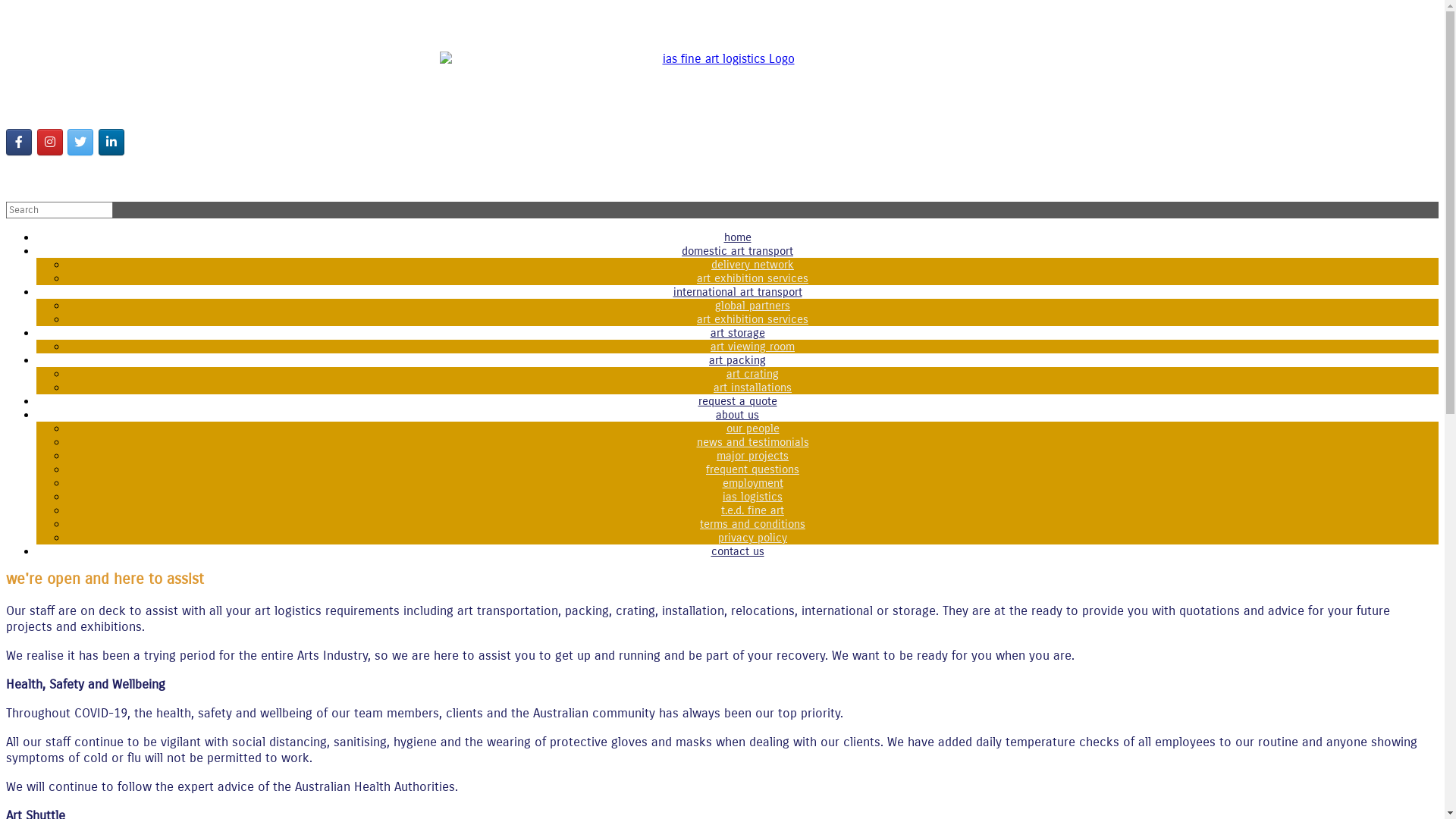 The height and width of the screenshot is (819, 1456). Describe the element at coordinates (736, 400) in the screenshot. I see `'request a quote'` at that location.